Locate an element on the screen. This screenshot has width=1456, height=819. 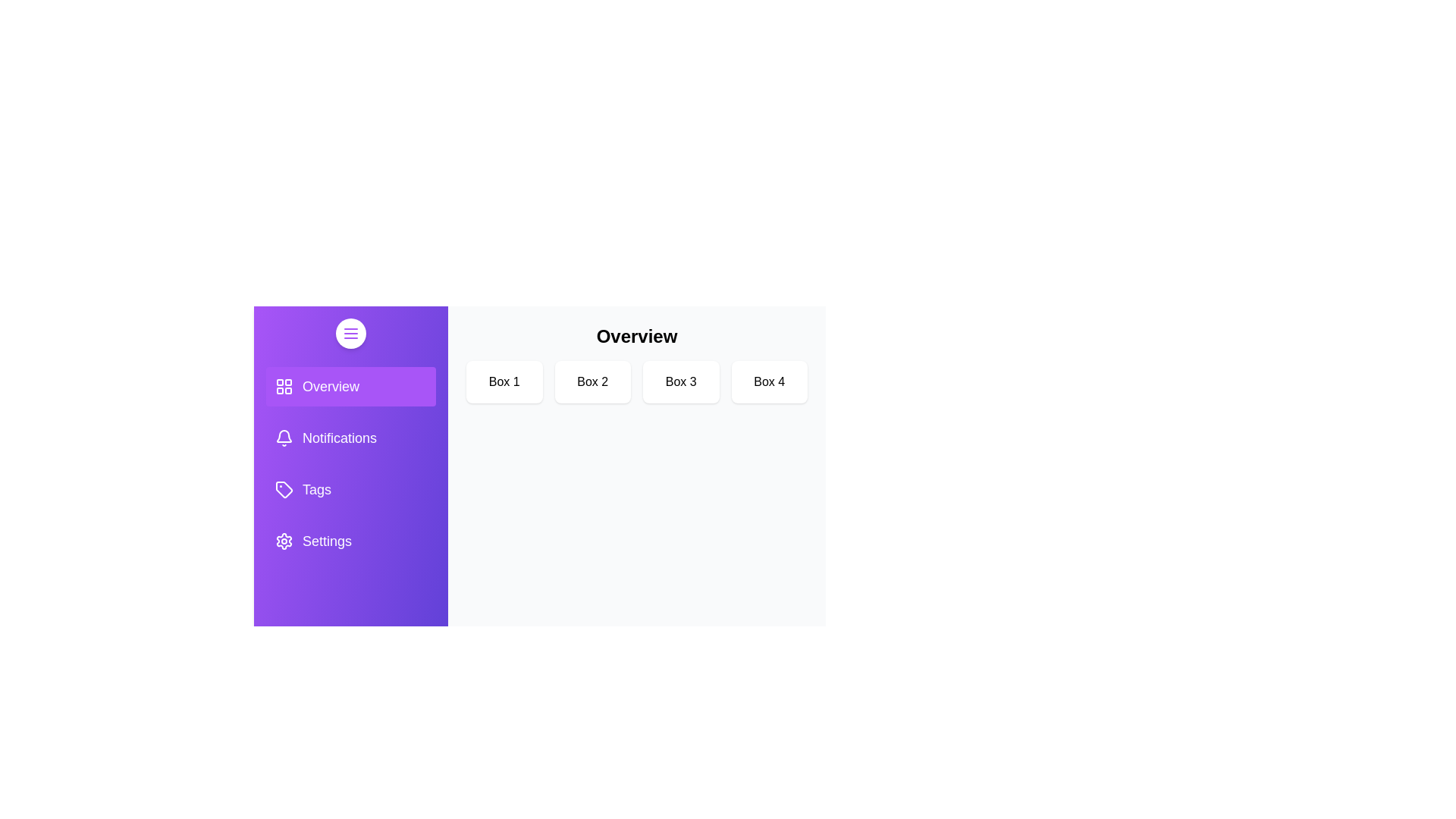
menu button to toggle the sidebar visibility is located at coordinates (350, 332).